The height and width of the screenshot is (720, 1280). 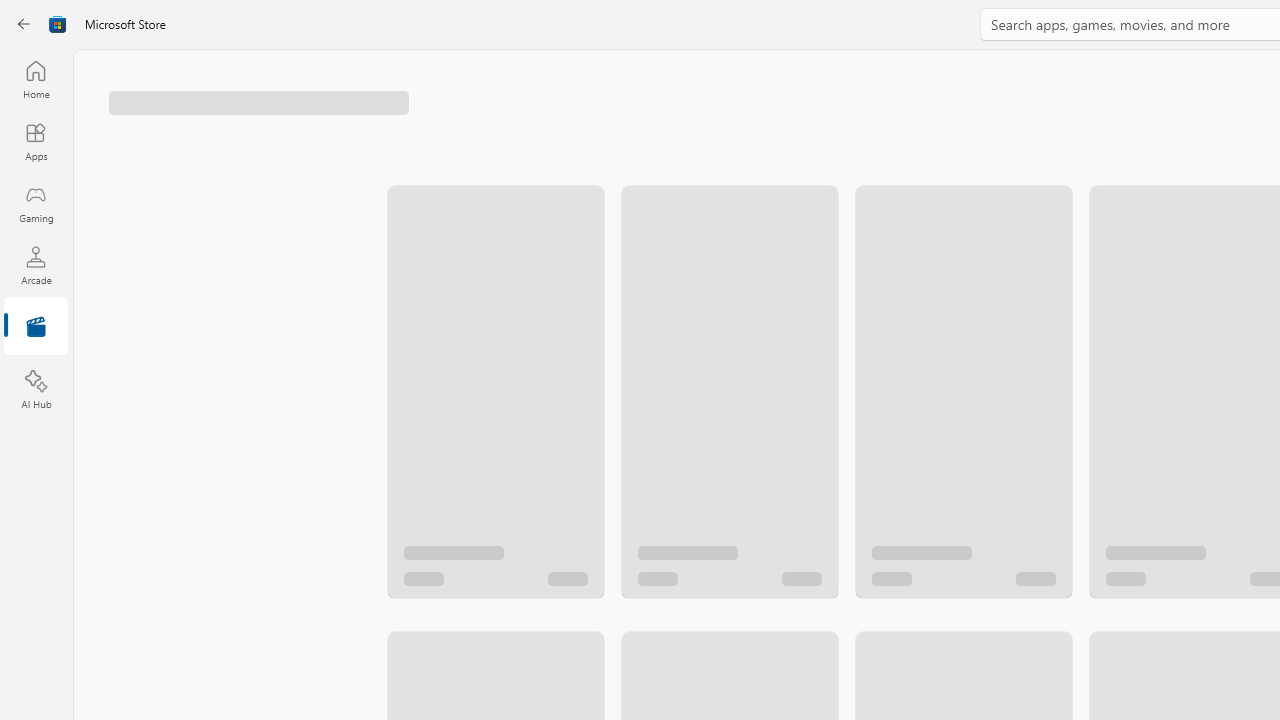 I want to click on 'AI Hub', so click(x=35, y=390).